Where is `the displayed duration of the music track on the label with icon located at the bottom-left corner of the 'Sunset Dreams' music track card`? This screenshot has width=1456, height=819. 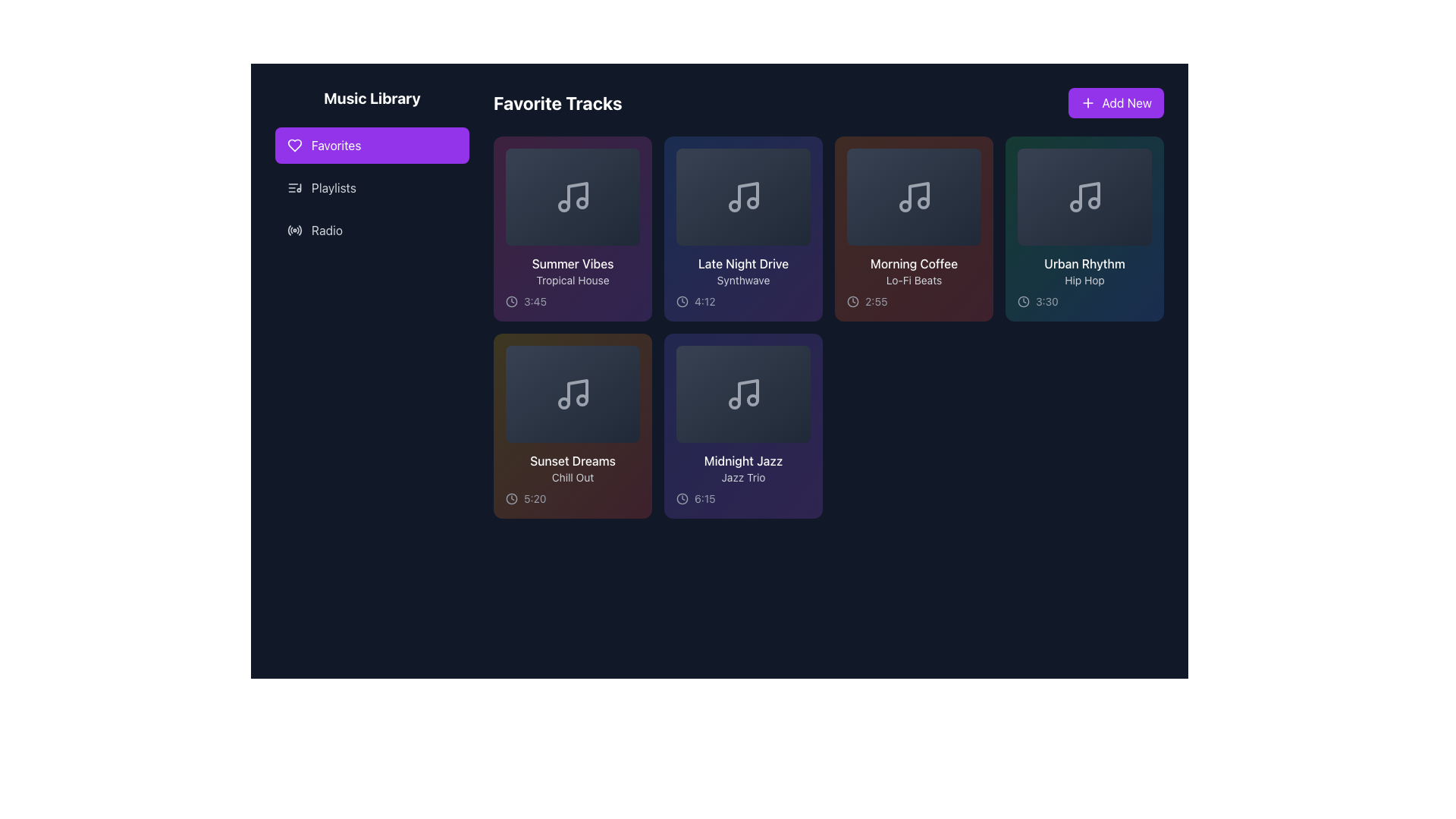
the displayed duration of the music track on the label with icon located at the bottom-left corner of the 'Sunset Dreams' music track card is located at coordinates (572, 499).